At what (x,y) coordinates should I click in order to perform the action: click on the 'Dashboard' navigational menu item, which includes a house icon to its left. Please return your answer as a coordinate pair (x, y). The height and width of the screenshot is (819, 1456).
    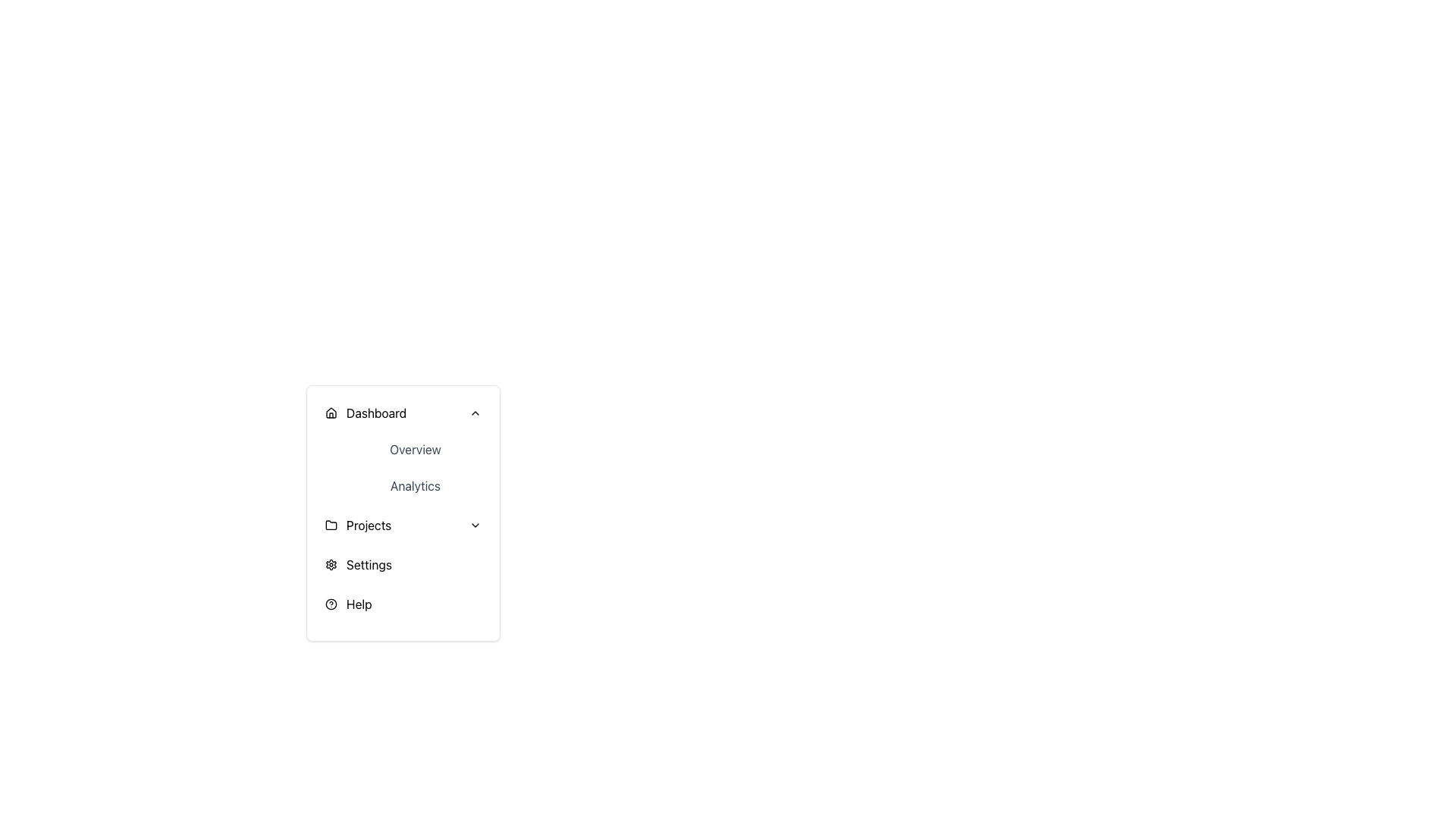
    Looking at the image, I should click on (366, 413).